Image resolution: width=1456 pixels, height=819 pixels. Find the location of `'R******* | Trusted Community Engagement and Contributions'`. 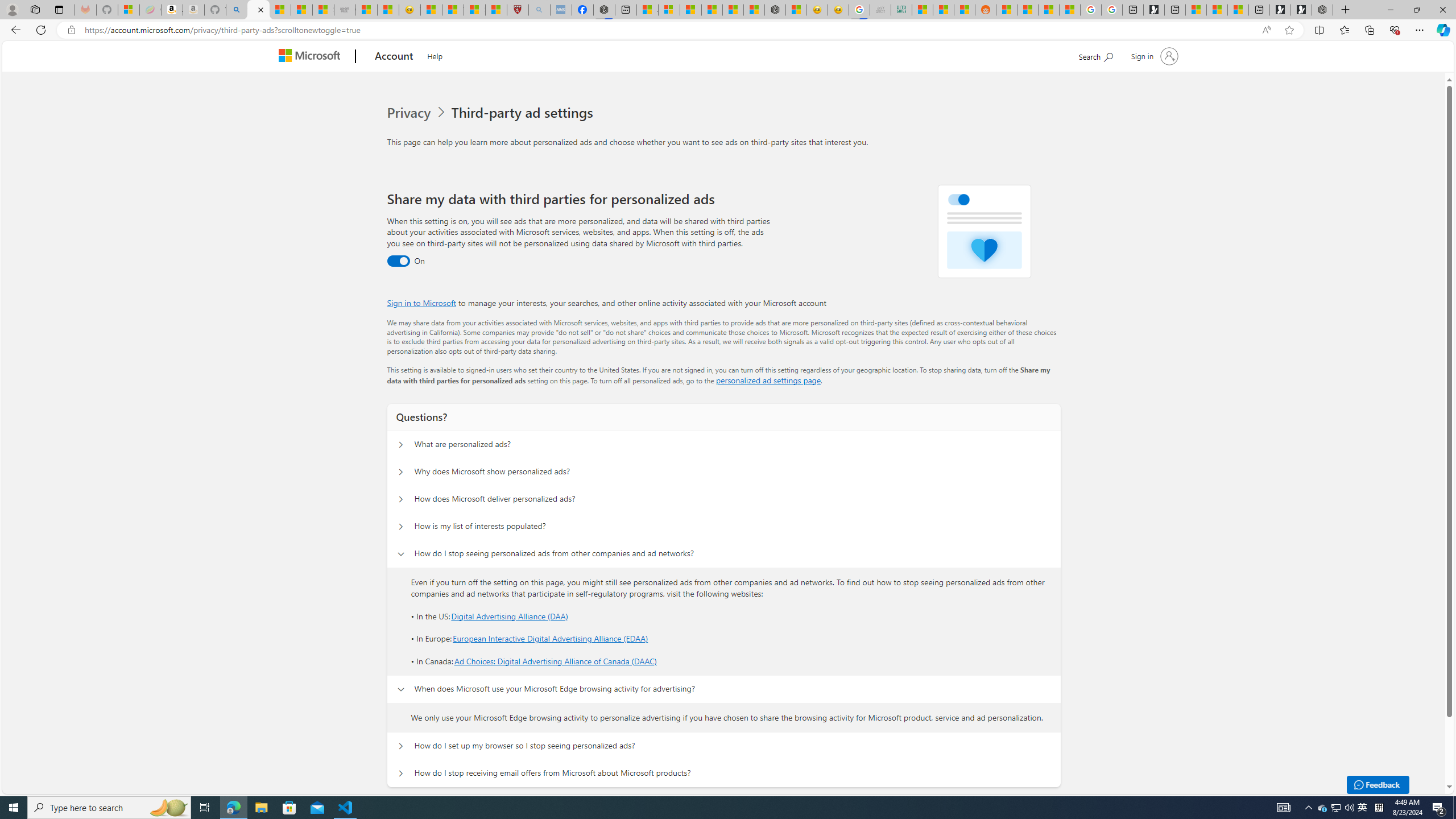

'R******* | Trusted Community Engagement and Contributions' is located at coordinates (1006, 9).